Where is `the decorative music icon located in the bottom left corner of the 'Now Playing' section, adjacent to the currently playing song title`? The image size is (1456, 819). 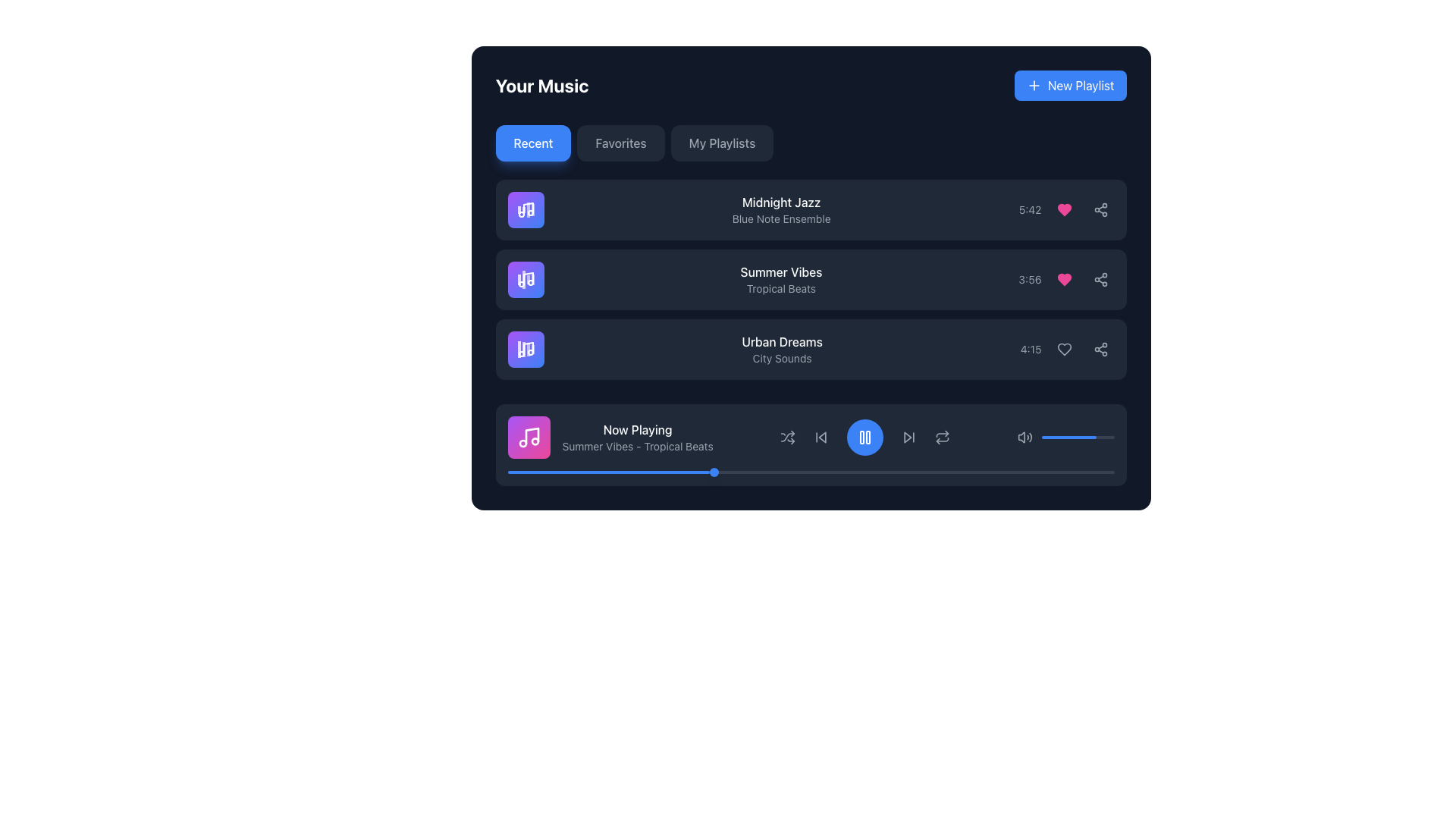 the decorative music icon located in the bottom left corner of the 'Now Playing' section, adjacent to the currently playing song title is located at coordinates (532, 435).